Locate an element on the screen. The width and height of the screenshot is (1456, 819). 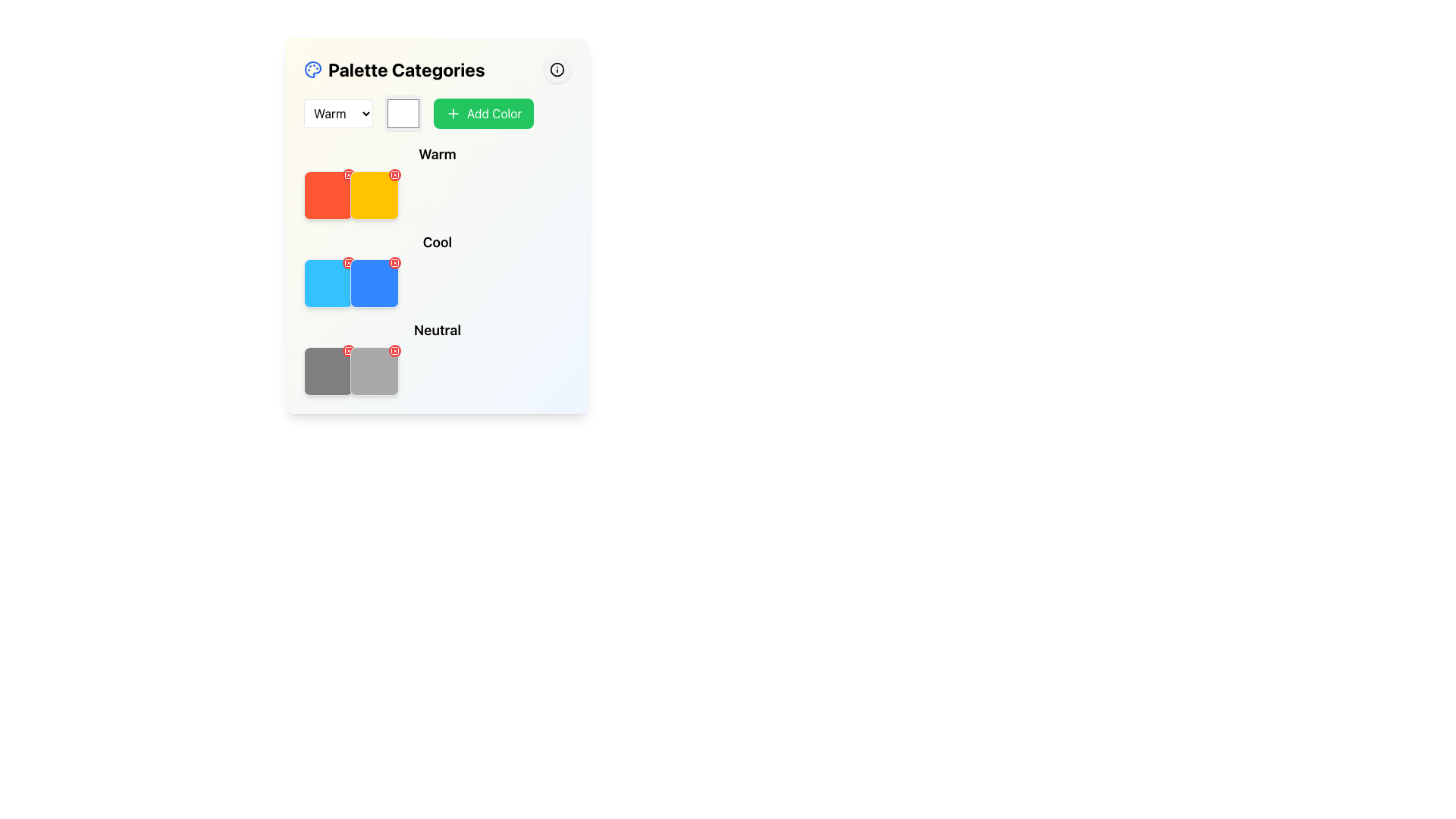
the small rectangular close button icon with rounded corners located in the top-right corner of the 'Warm' category section is located at coordinates (395, 174).